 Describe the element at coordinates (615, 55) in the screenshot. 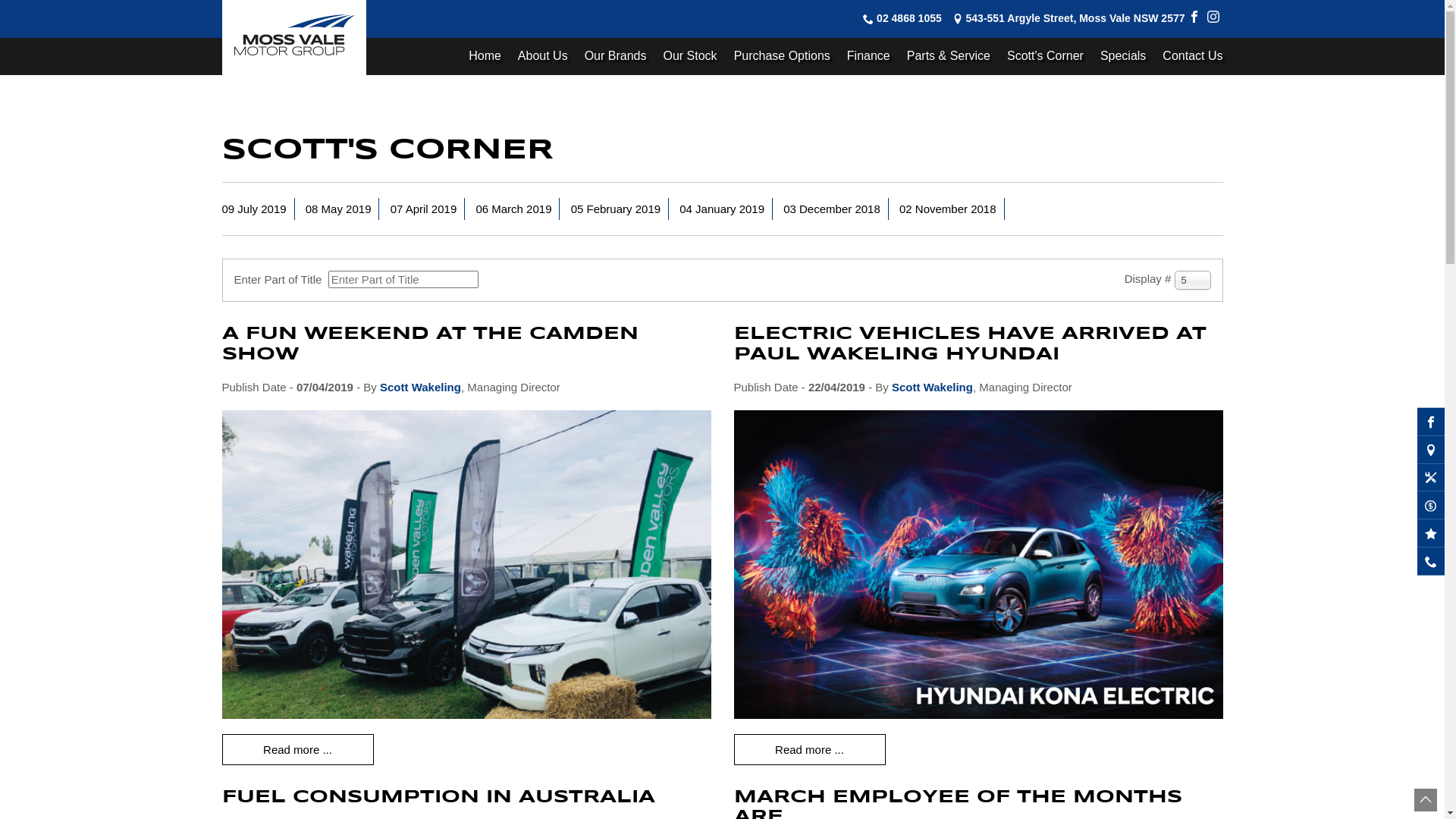

I see `'Our Brands'` at that location.